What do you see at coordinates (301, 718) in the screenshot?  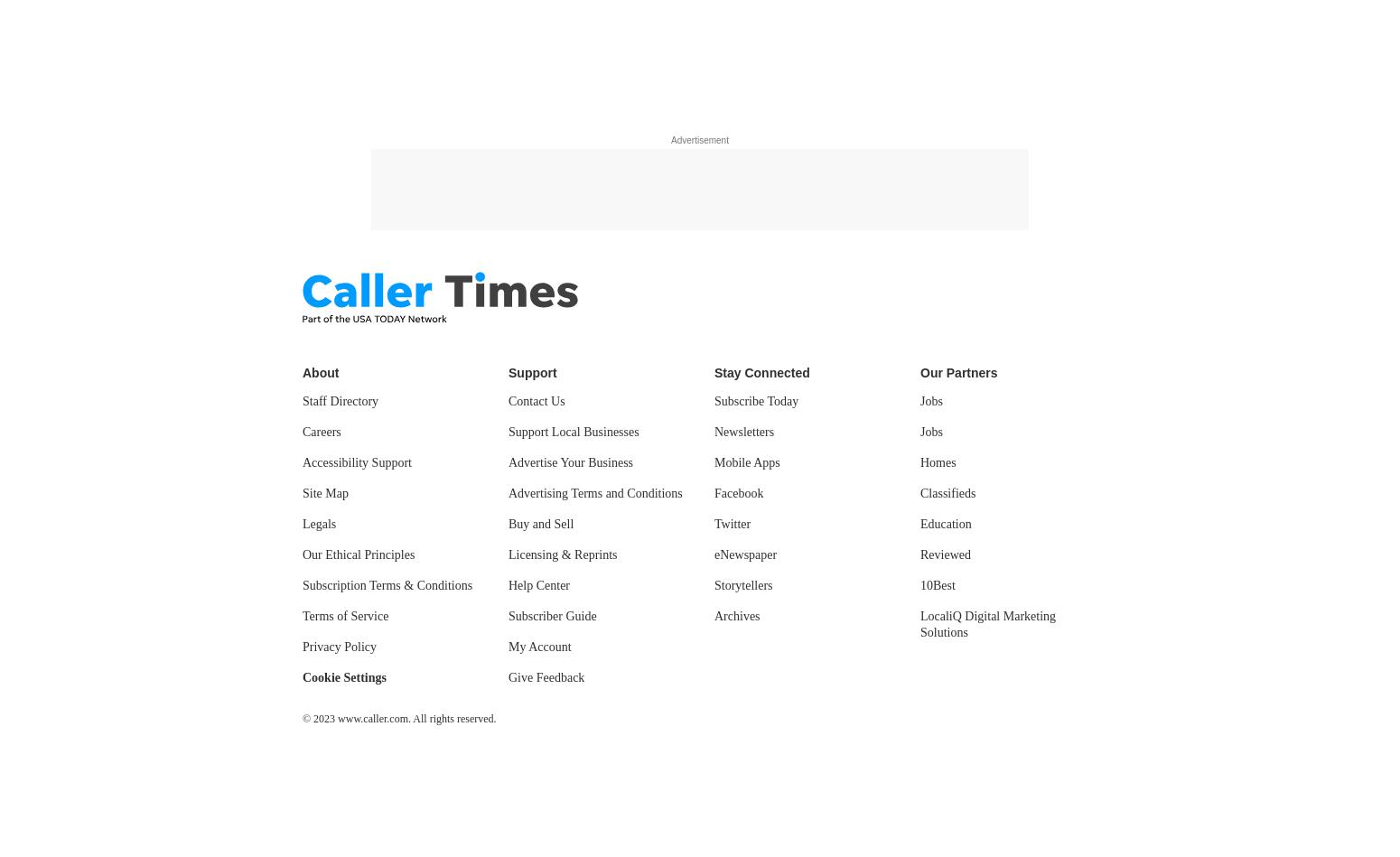 I see `'© 2023 www.caller.com. All rights reserved.'` at bounding box center [301, 718].